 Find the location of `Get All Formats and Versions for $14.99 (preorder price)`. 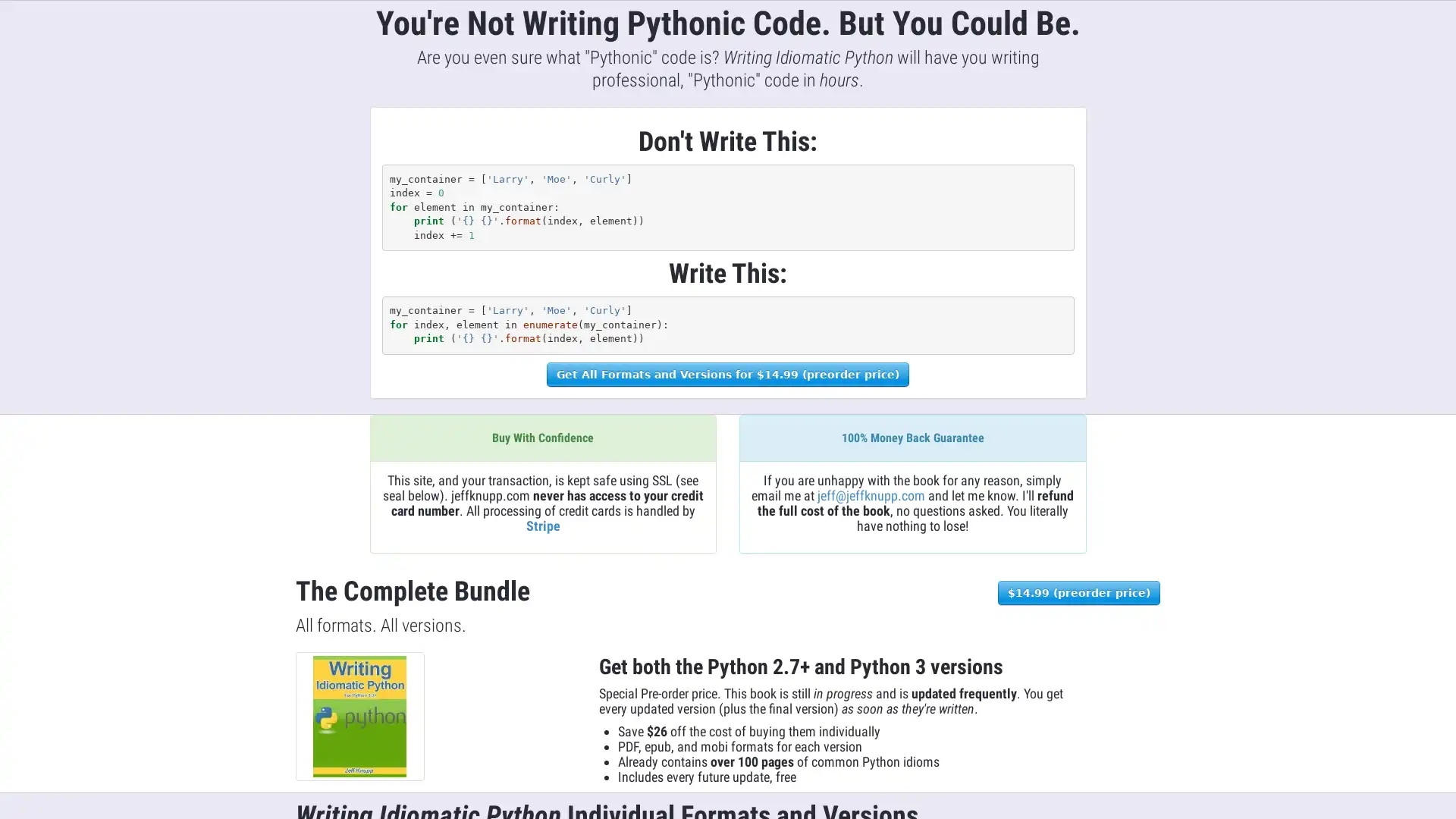

Get All Formats and Versions for $14.99 (preorder price) is located at coordinates (728, 374).